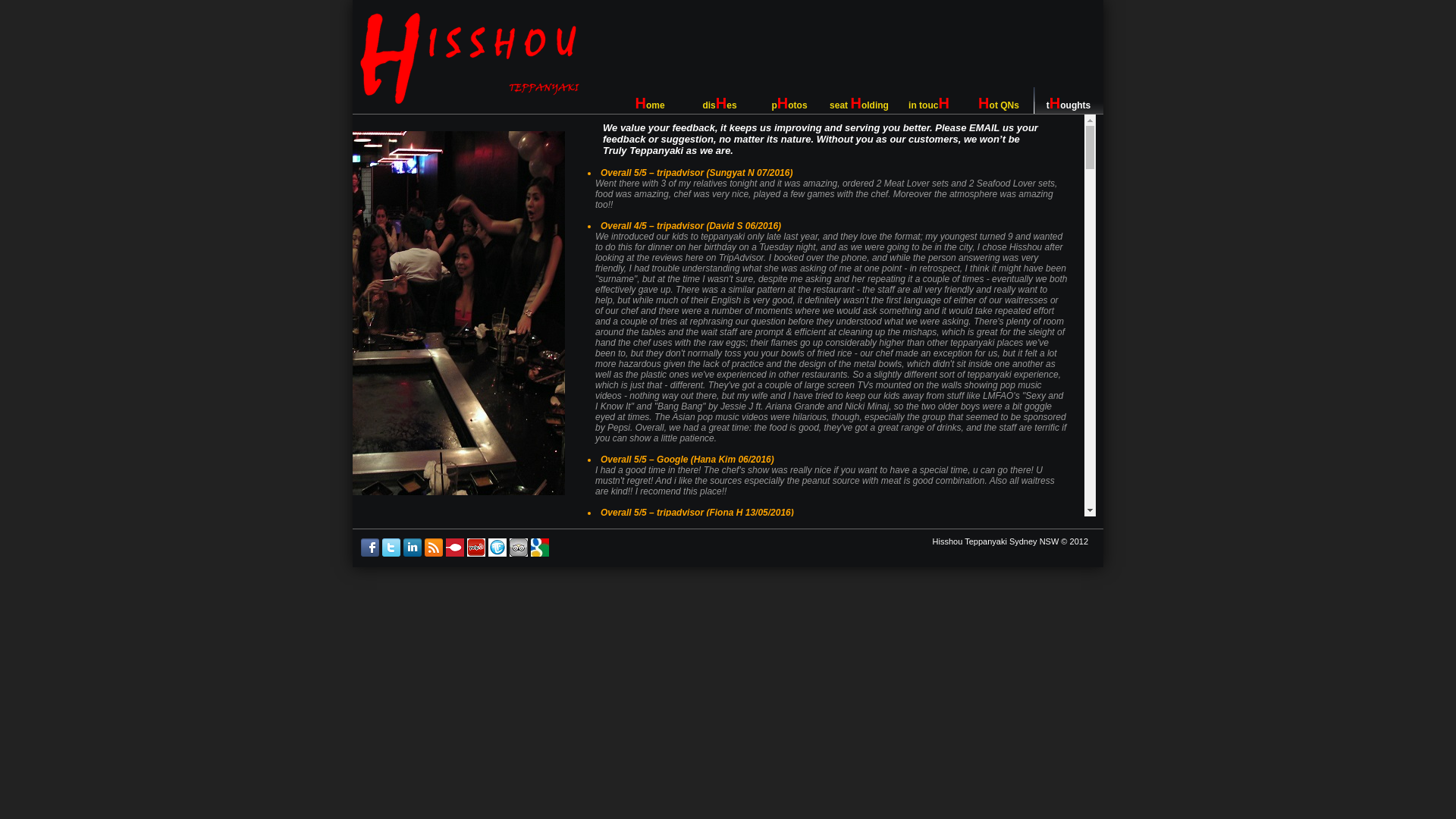 This screenshot has width=1456, height=819. I want to click on 'rss', so click(432, 553).